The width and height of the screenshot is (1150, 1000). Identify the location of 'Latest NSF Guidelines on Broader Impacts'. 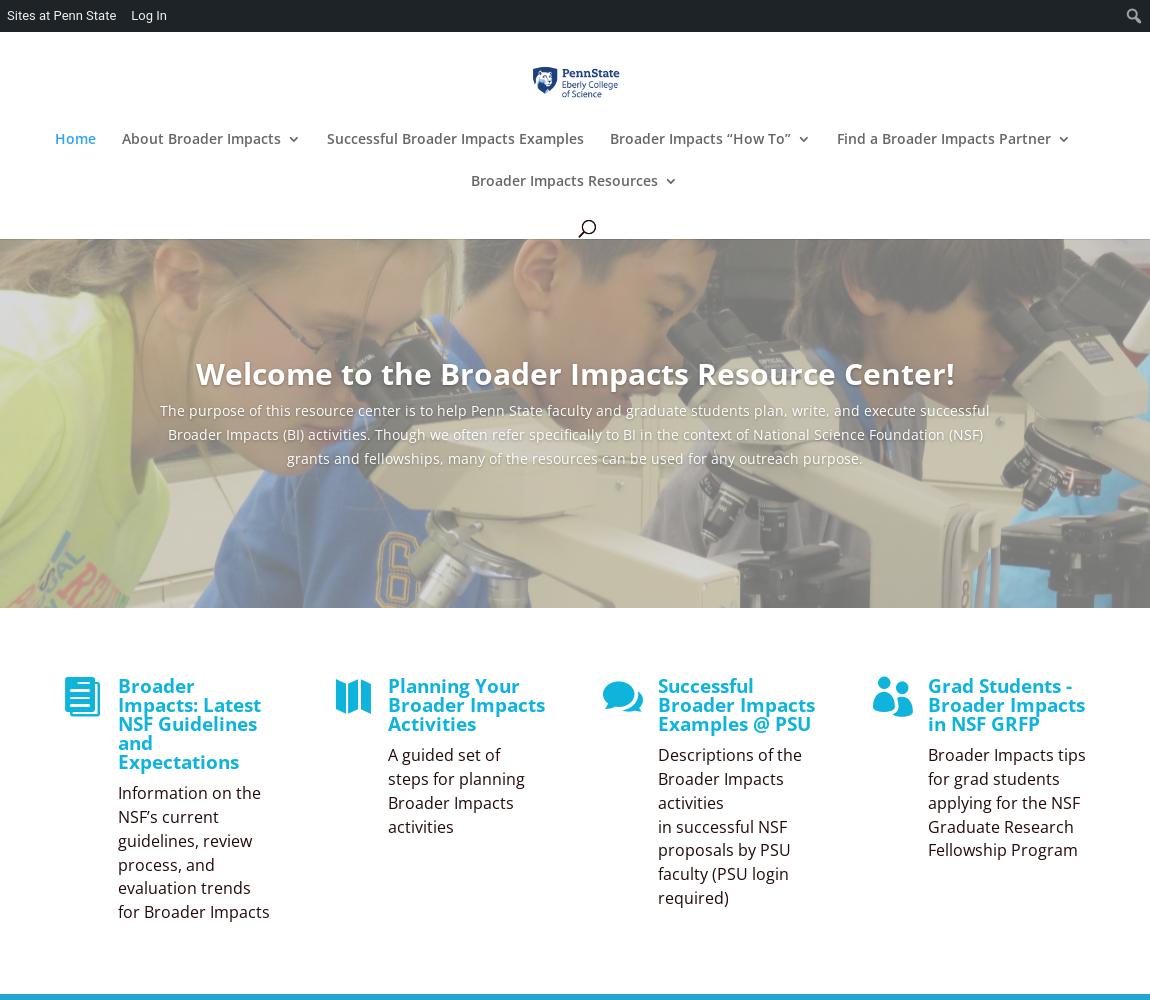
(235, 229).